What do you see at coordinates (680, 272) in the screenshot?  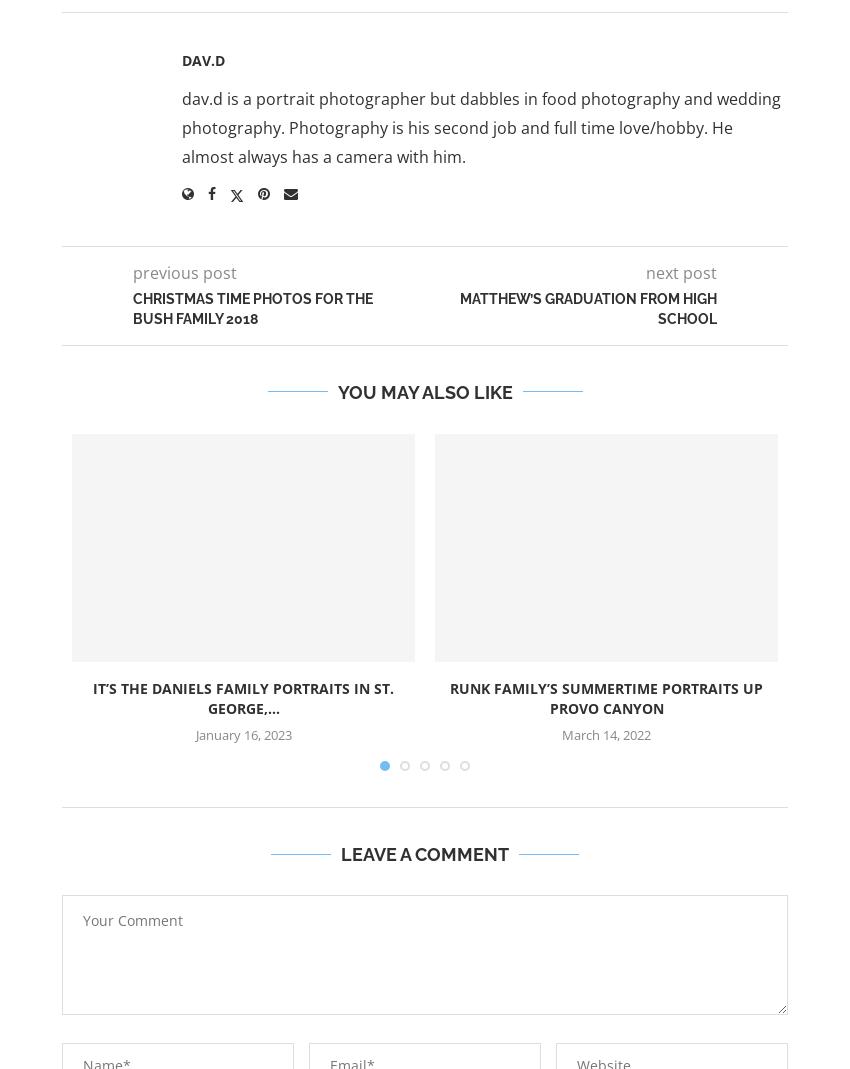 I see `'next post'` at bounding box center [680, 272].